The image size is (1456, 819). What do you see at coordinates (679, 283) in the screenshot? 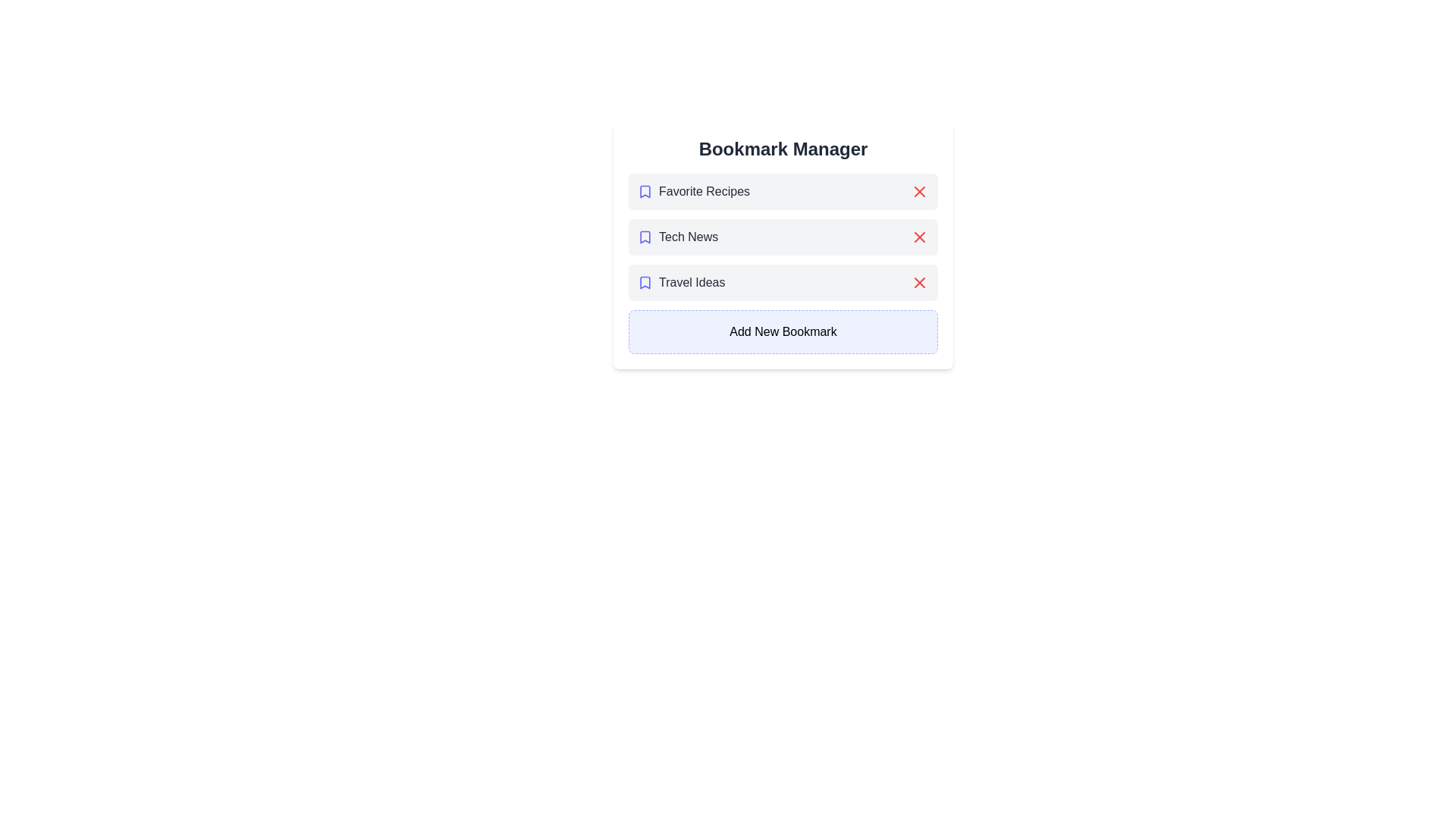
I see `the bookmark titled Travel Ideas to navigate to its URL` at bounding box center [679, 283].